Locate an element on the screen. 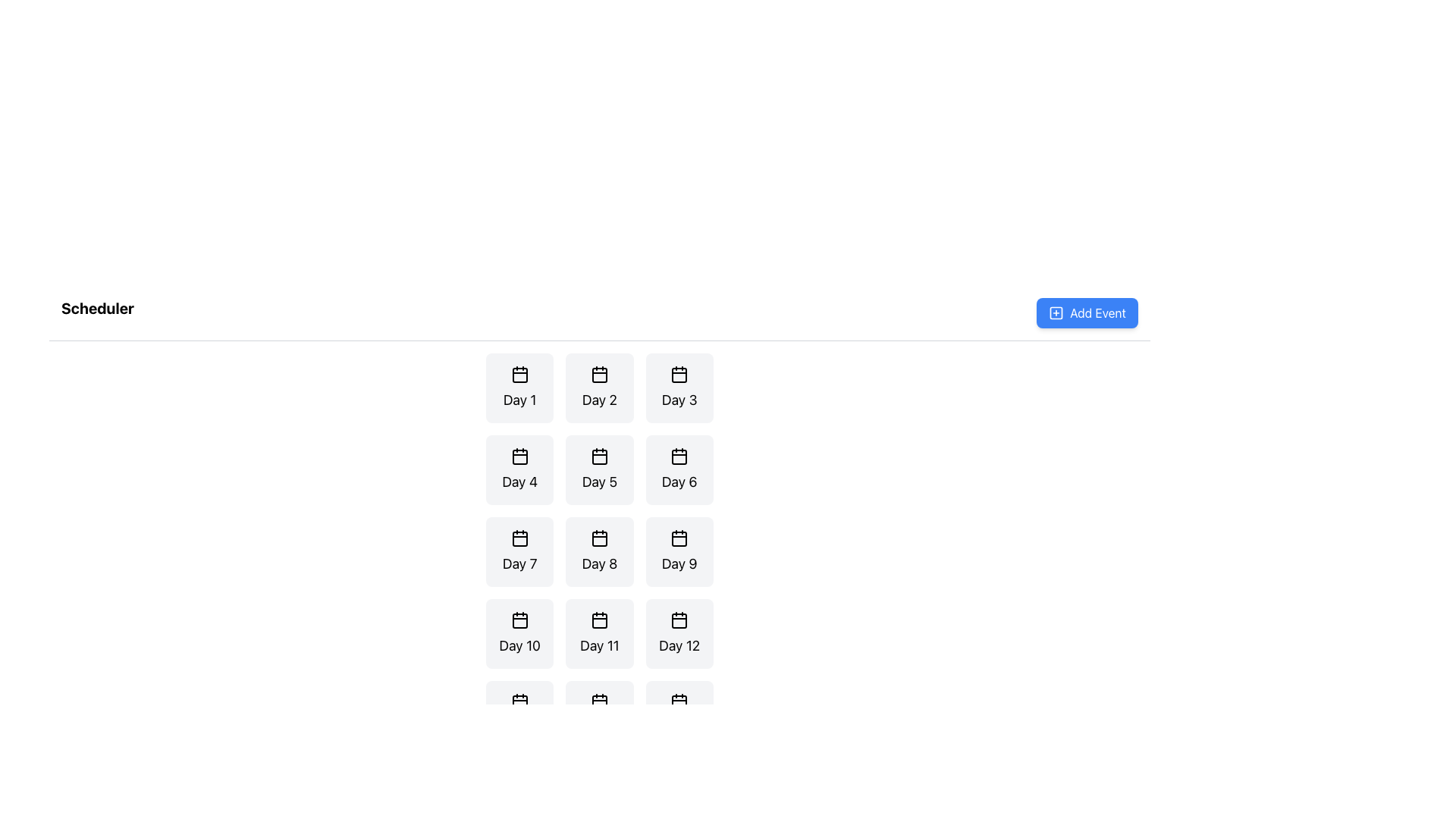  the calendar day icon labeled 'Day 9', located in the third row and third column of the grid layout is located at coordinates (679, 537).